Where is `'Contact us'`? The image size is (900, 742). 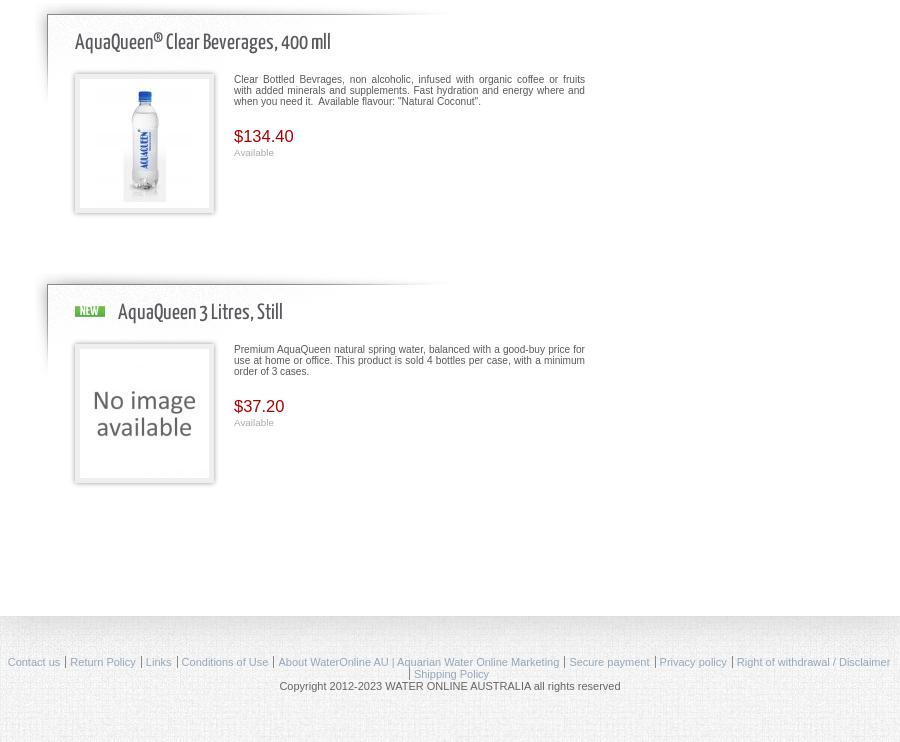
'Contact us' is located at coordinates (32, 659).